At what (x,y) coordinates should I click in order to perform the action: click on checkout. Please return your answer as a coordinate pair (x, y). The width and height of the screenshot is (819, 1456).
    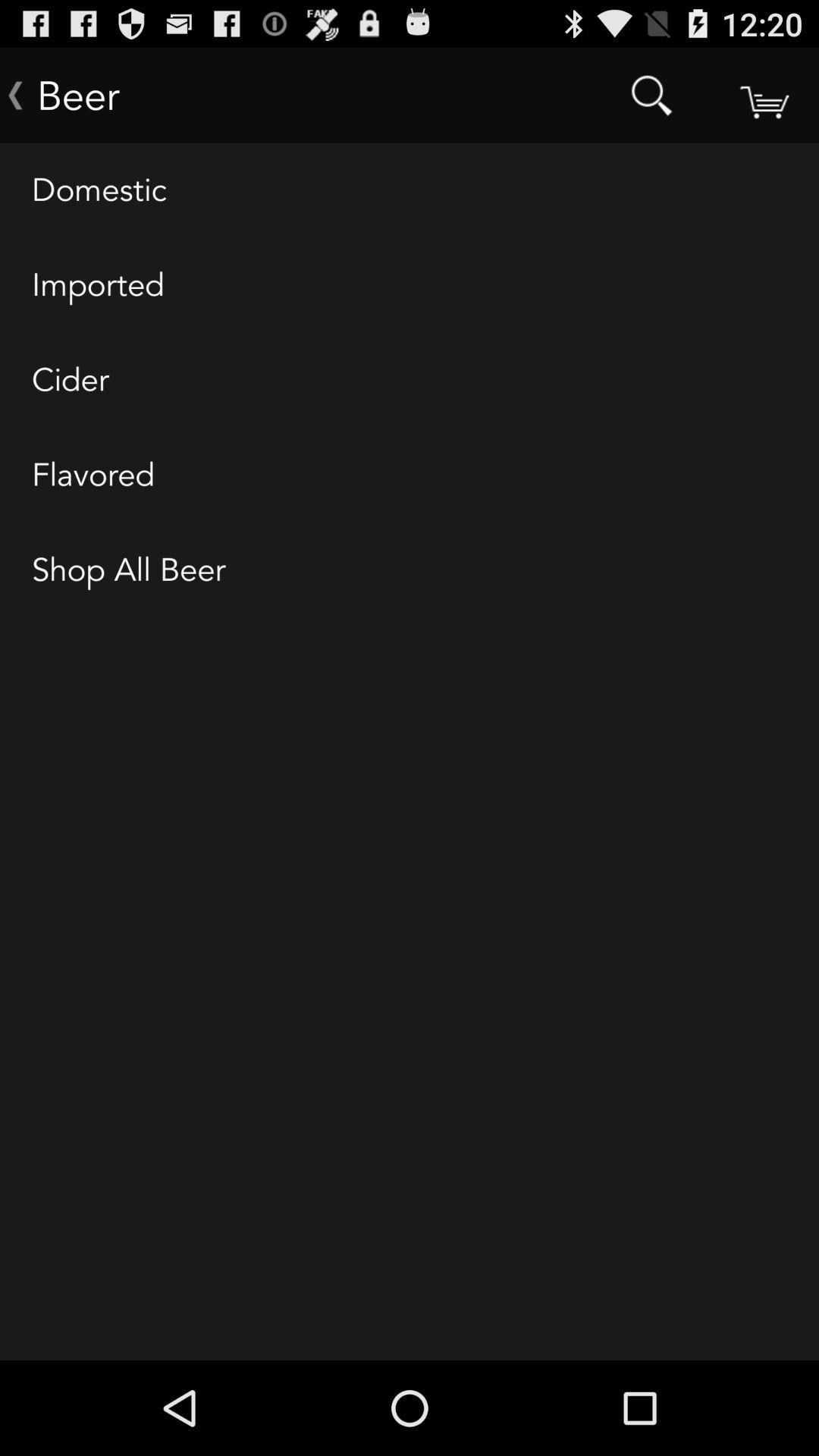
    Looking at the image, I should click on (763, 94).